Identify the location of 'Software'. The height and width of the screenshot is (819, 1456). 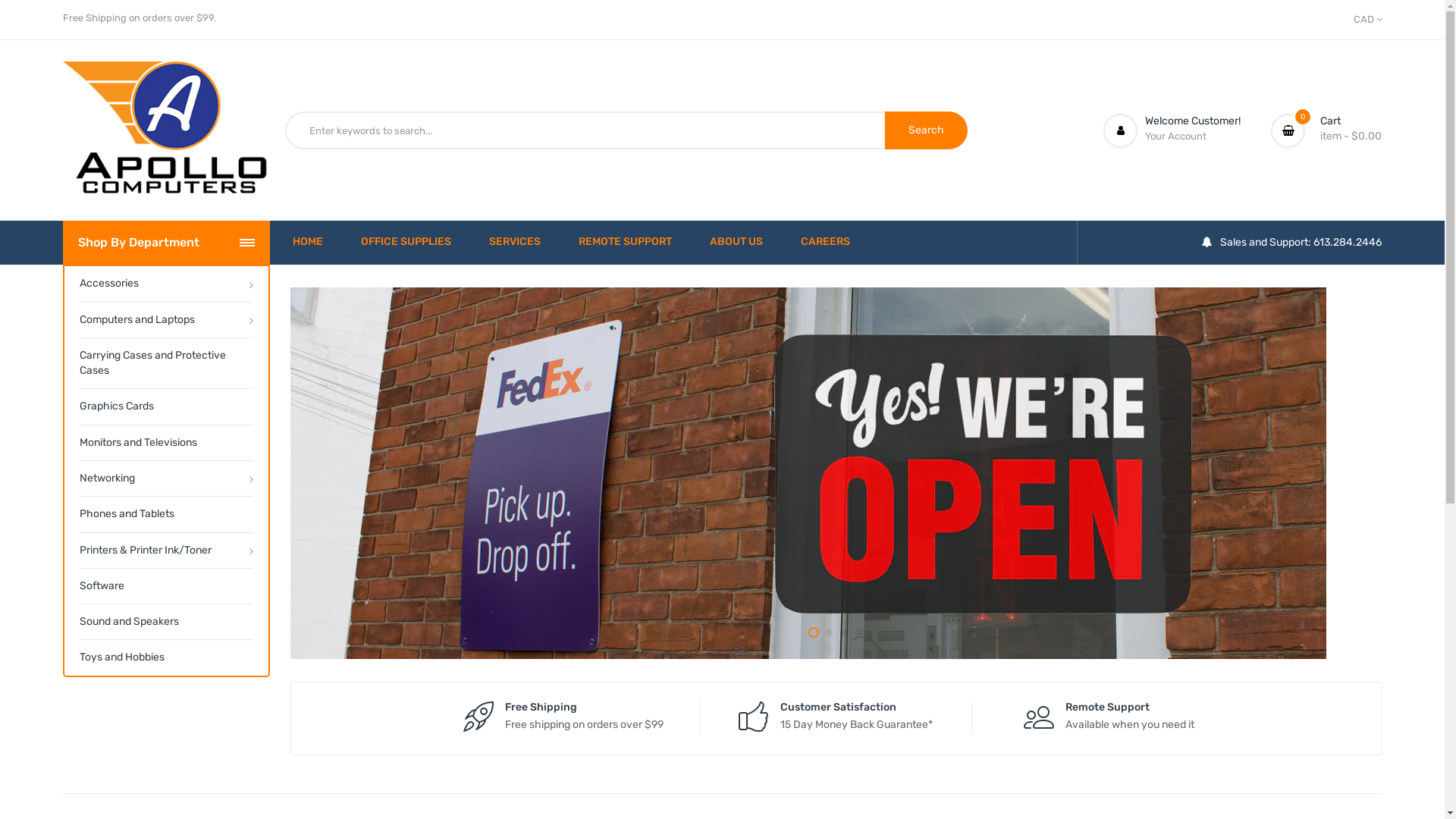
(78, 585).